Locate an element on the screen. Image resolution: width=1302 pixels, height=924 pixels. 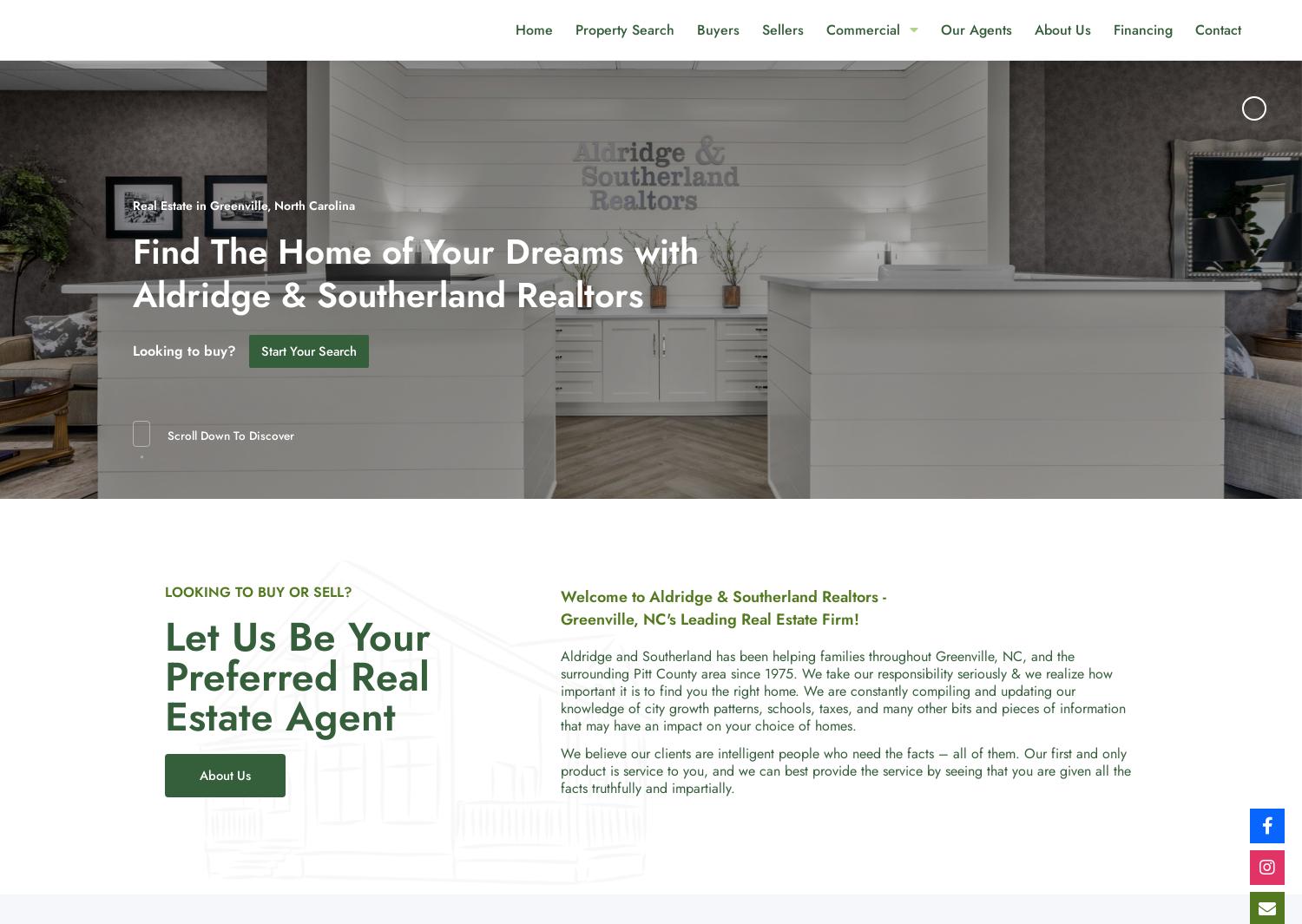
'Scroll Down To Discover' is located at coordinates (230, 434).